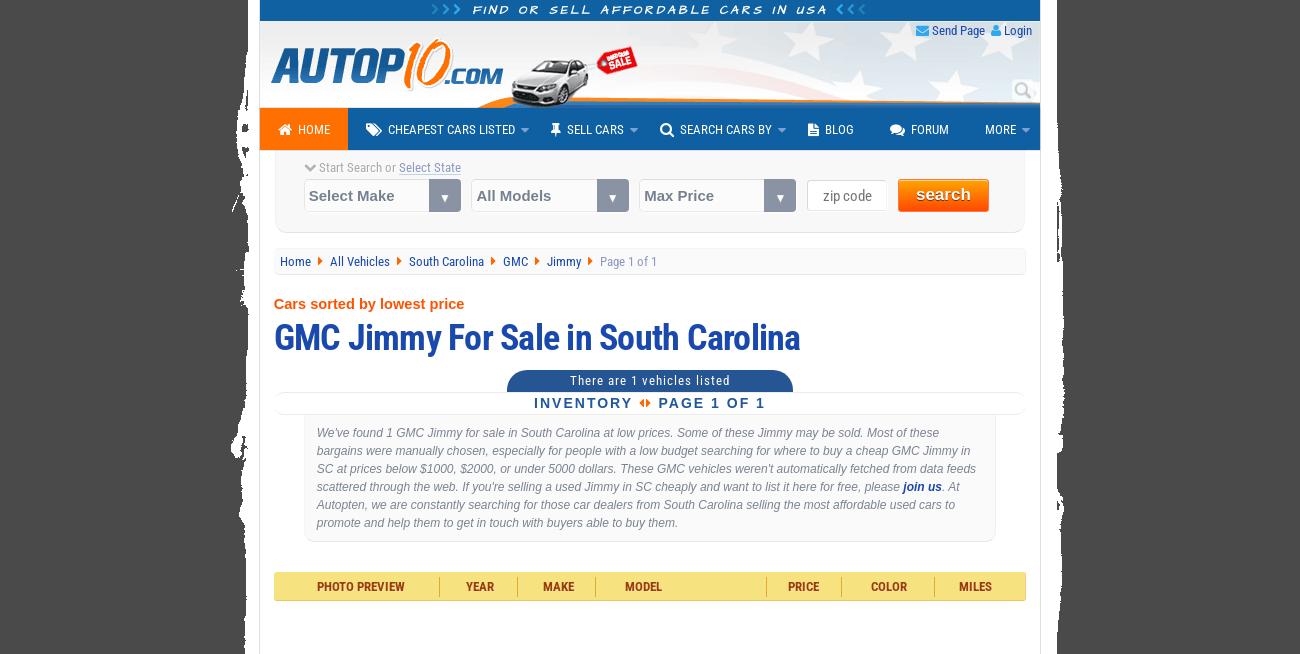 The width and height of the screenshot is (1300, 654). What do you see at coordinates (429, 166) in the screenshot?
I see `'Select State'` at bounding box center [429, 166].